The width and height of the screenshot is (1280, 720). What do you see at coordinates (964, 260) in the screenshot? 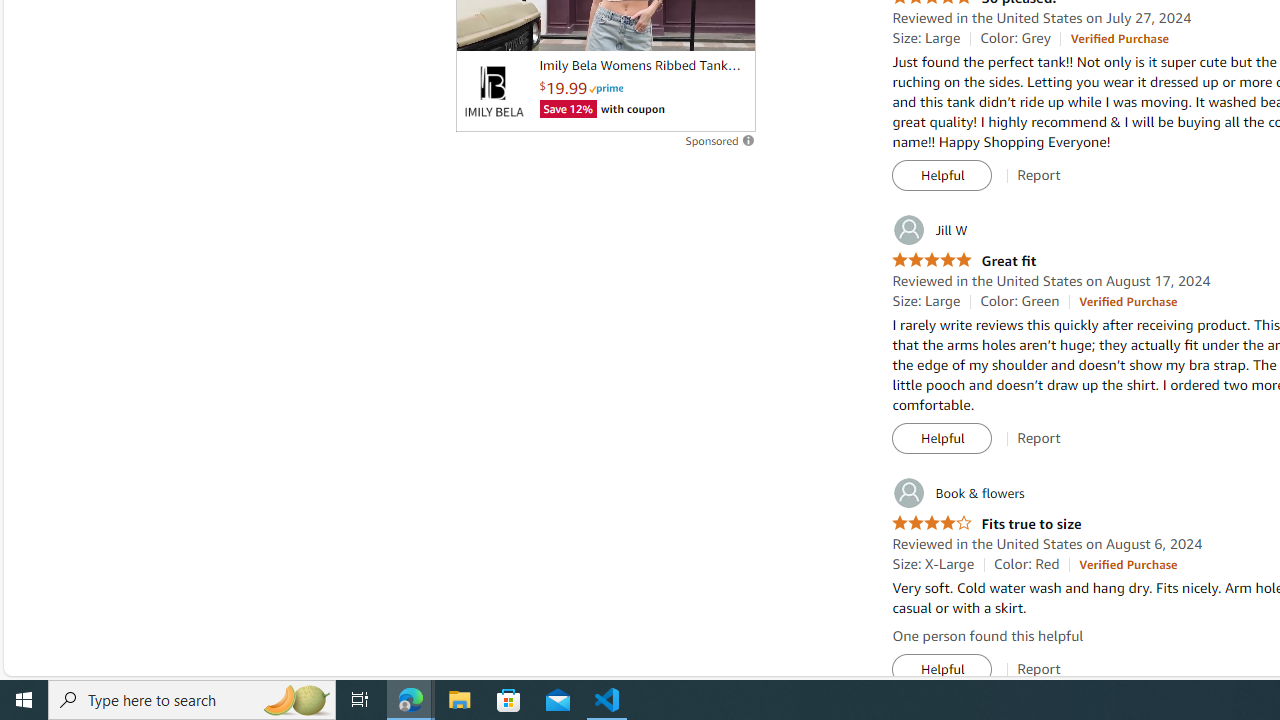
I see `'5.0 out of 5 stars Great fit'` at bounding box center [964, 260].